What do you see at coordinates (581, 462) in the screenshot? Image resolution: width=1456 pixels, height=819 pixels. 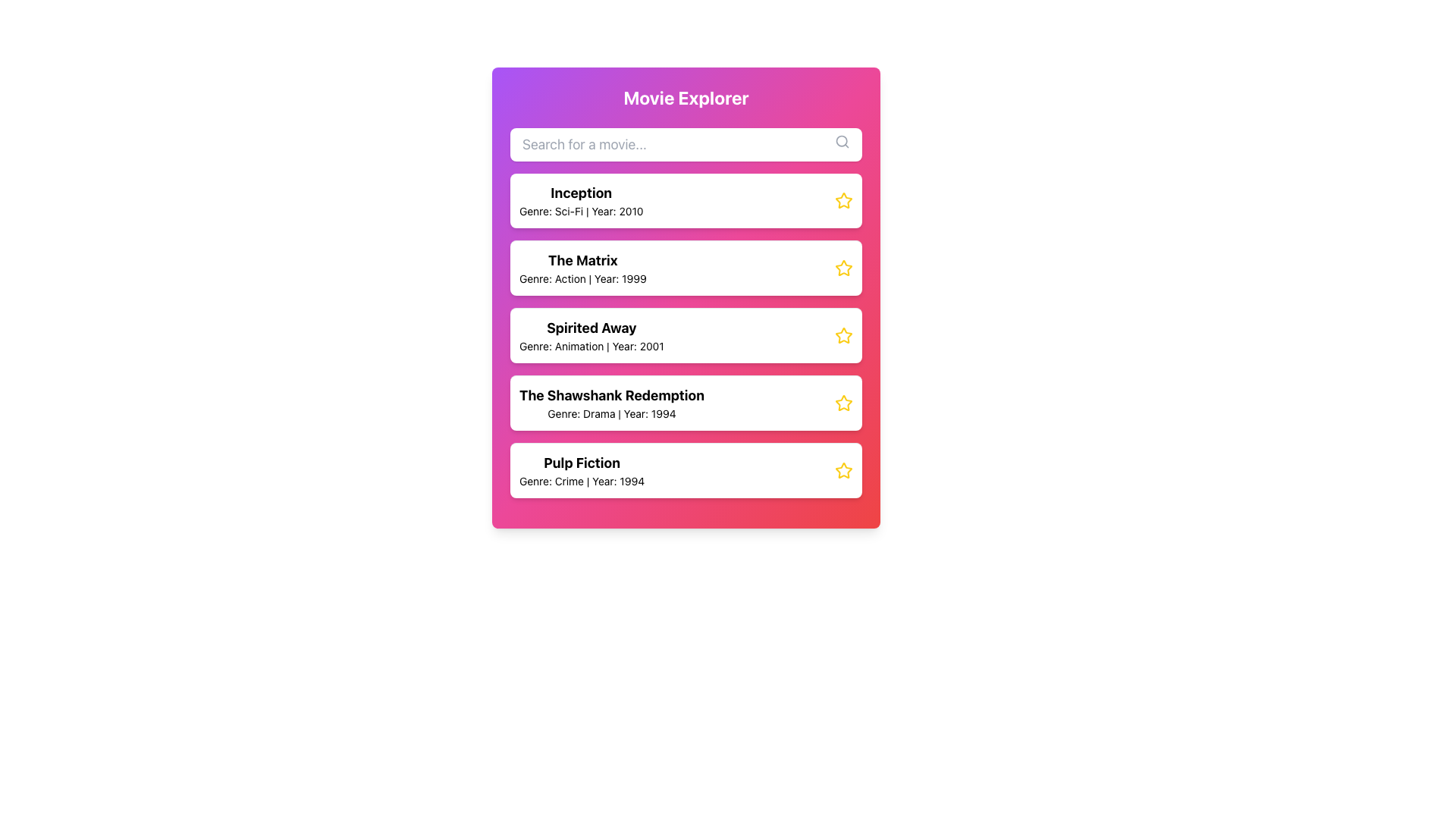 I see `text displayed in the Text Label located in the bottom card of the list on the main panel, positioned directly above the subtitle line 'Genre: Crime | Year: 1994'` at bounding box center [581, 462].